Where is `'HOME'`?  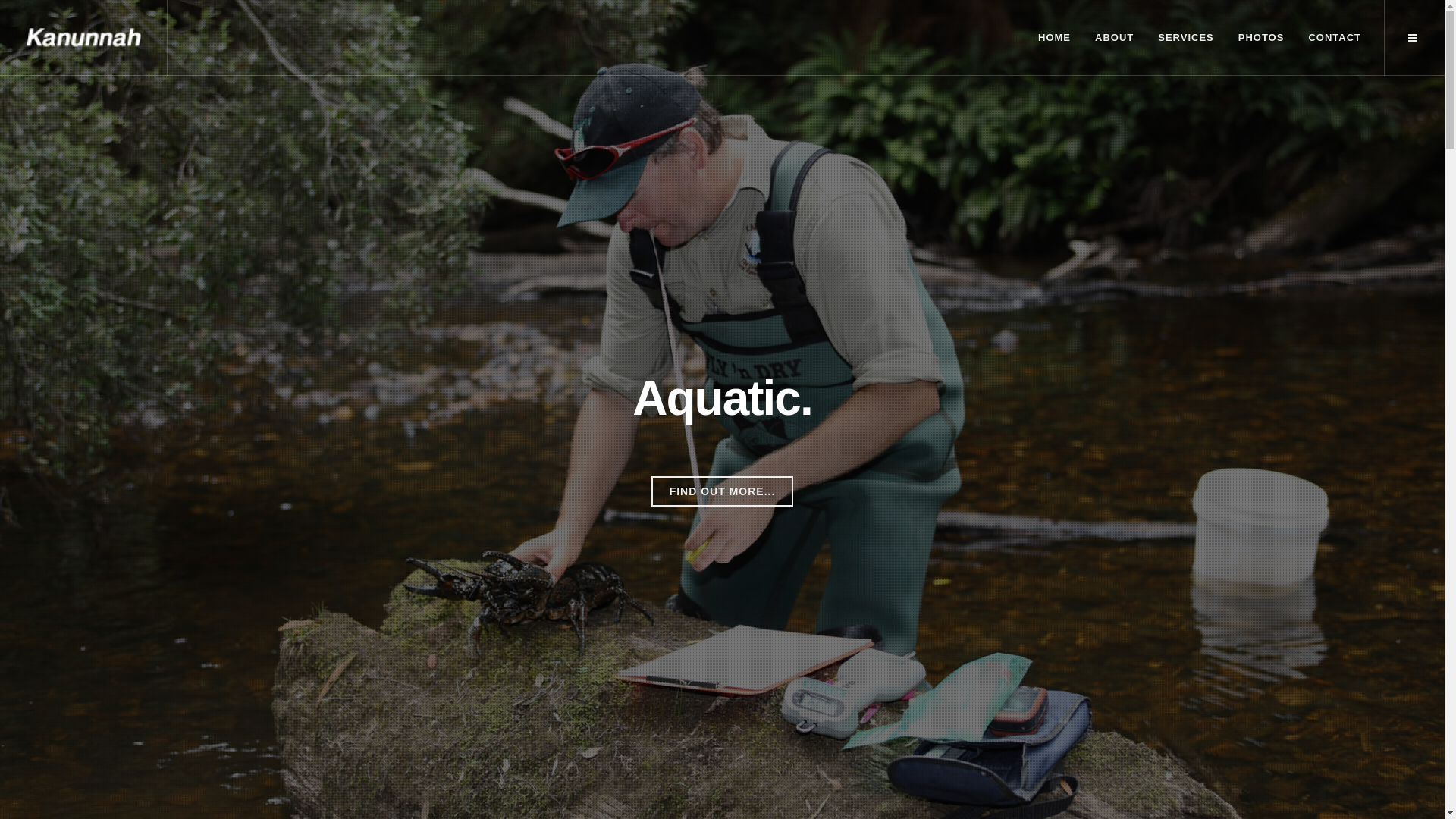
'HOME' is located at coordinates (1053, 37).